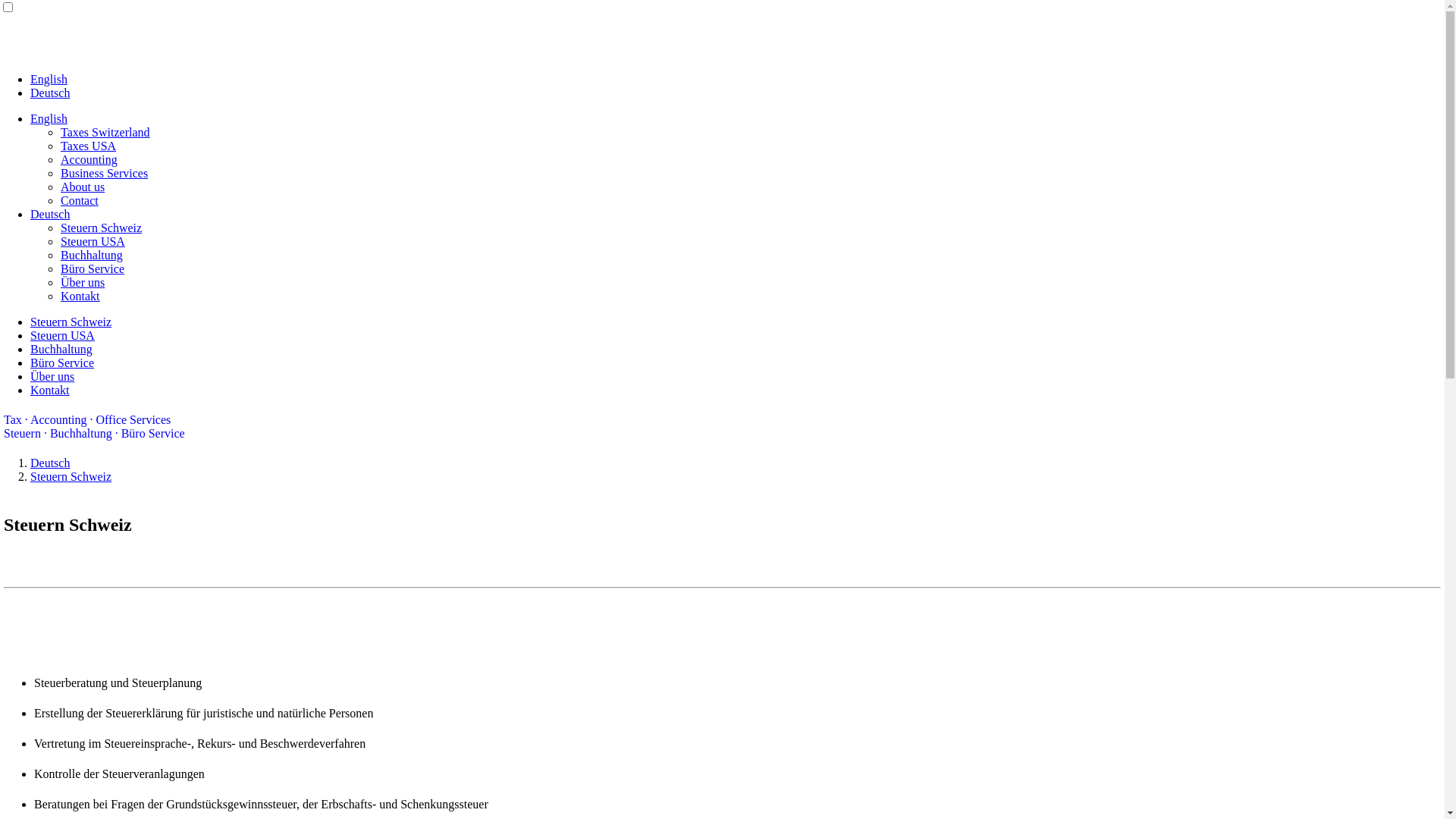 This screenshot has width=1456, height=819. What do you see at coordinates (61, 199) in the screenshot?
I see `'Contact'` at bounding box center [61, 199].